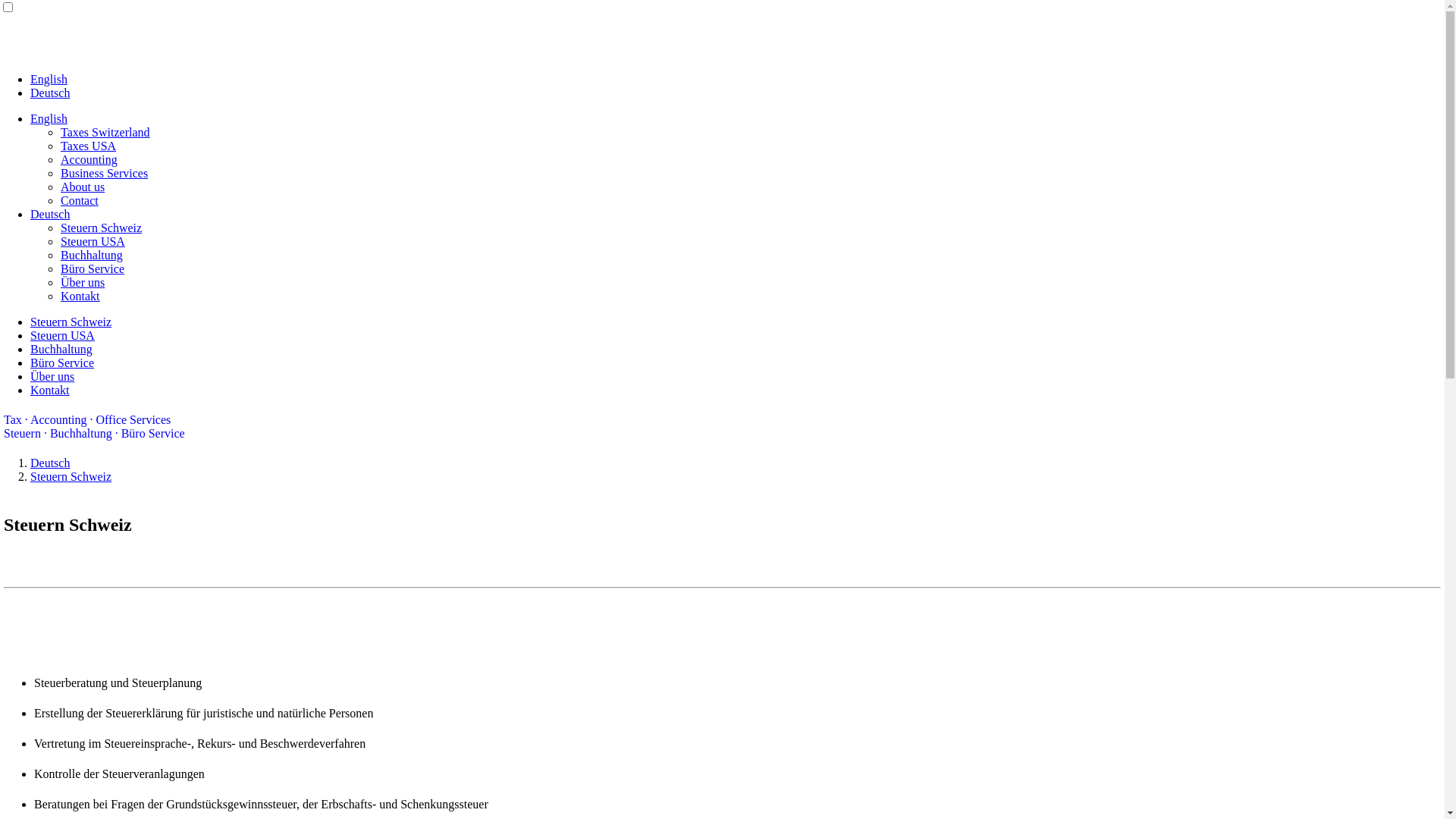 This screenshot has width=1456, height=819. What do you see at coordinates (61, 199) in the screenshot?
I see `'Contact'` at bounding box center [61, 199].